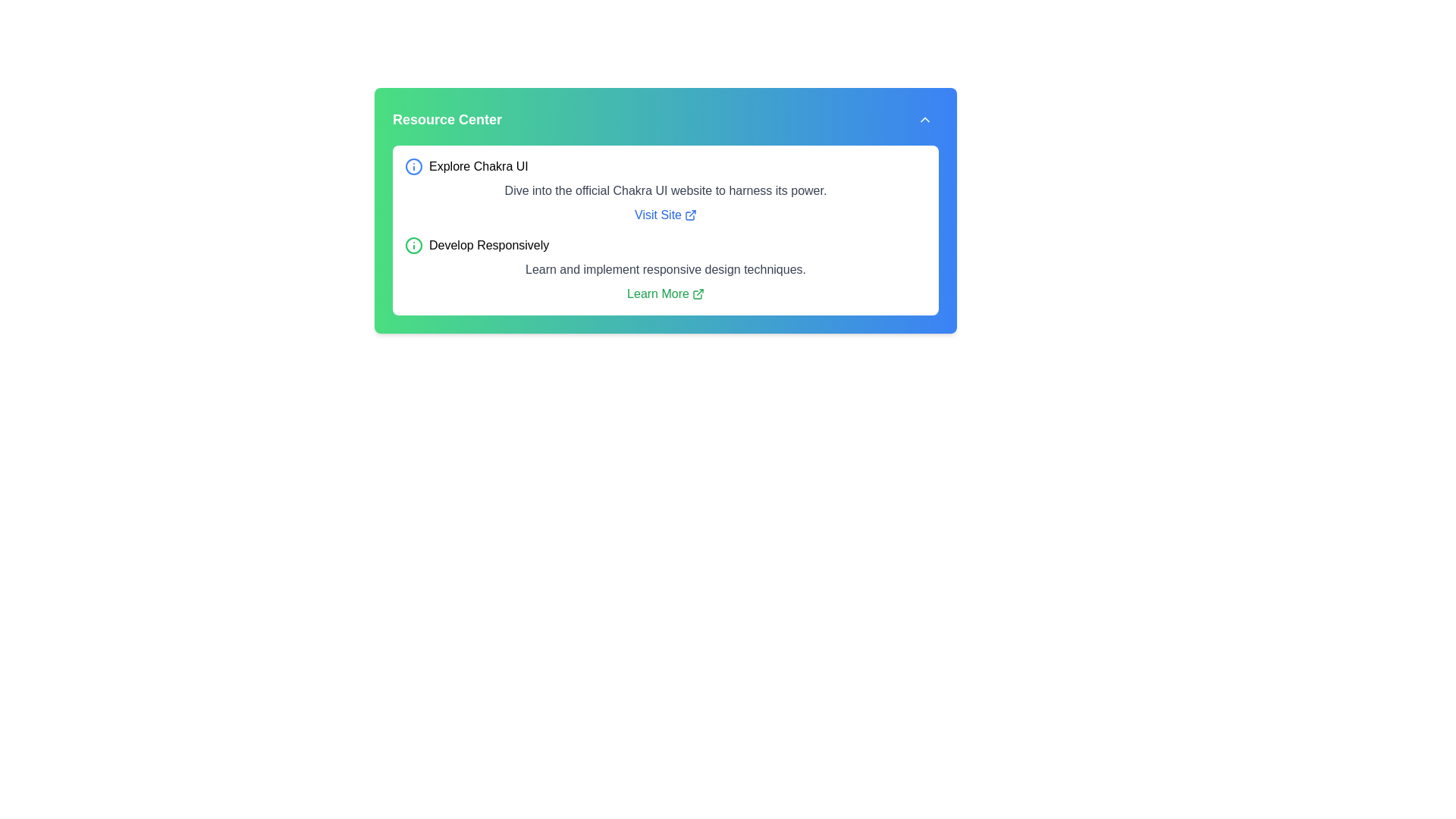 Image resolution: width=1456 pixels, height=819 pixels. Describe the element at coordinates (666, 190) in the screenshot. I see `the descriptive text reading 'Dive into the official Chakra UI website to harness its power', which is gray and aligned to the left, located between the title 'Explore Chakra UI' and the button 'Visit Site'` at that location.